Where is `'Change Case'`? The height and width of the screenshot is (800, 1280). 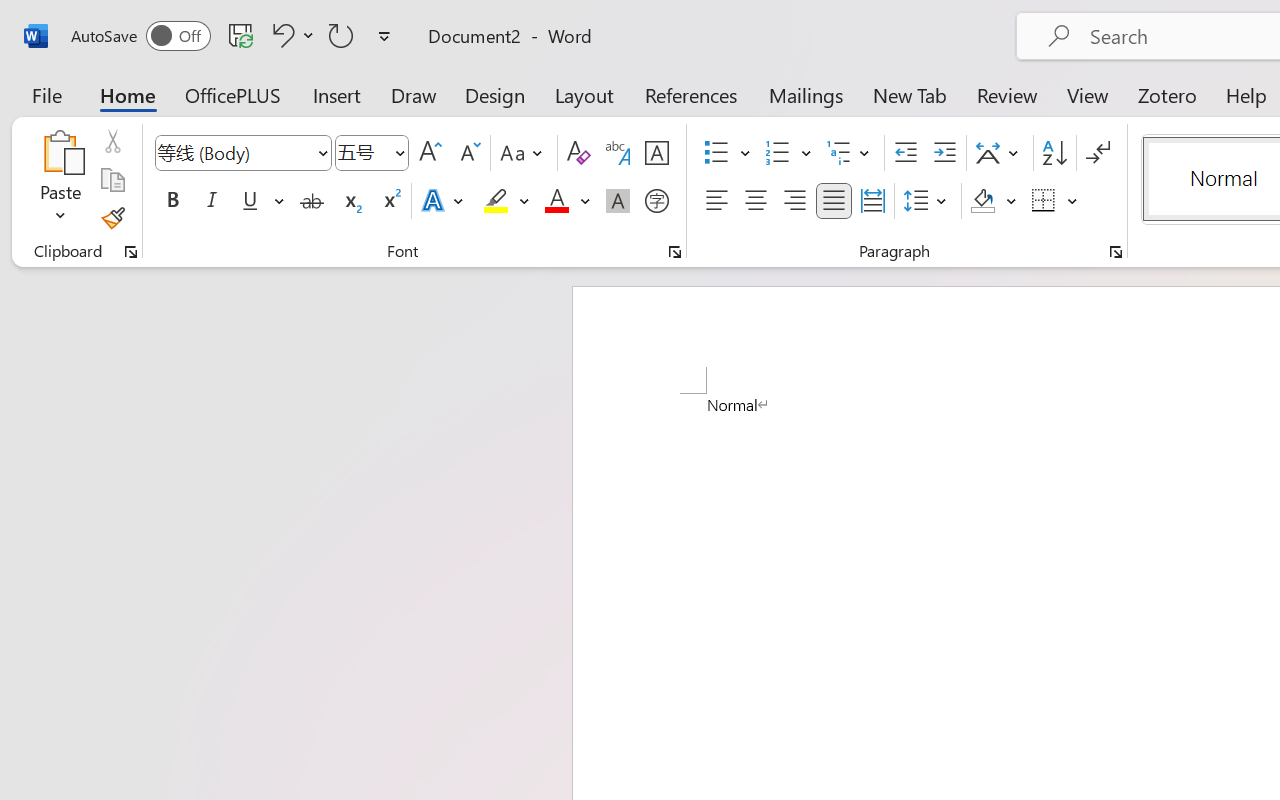 'Change Case' is located at coordinates (524, 153).